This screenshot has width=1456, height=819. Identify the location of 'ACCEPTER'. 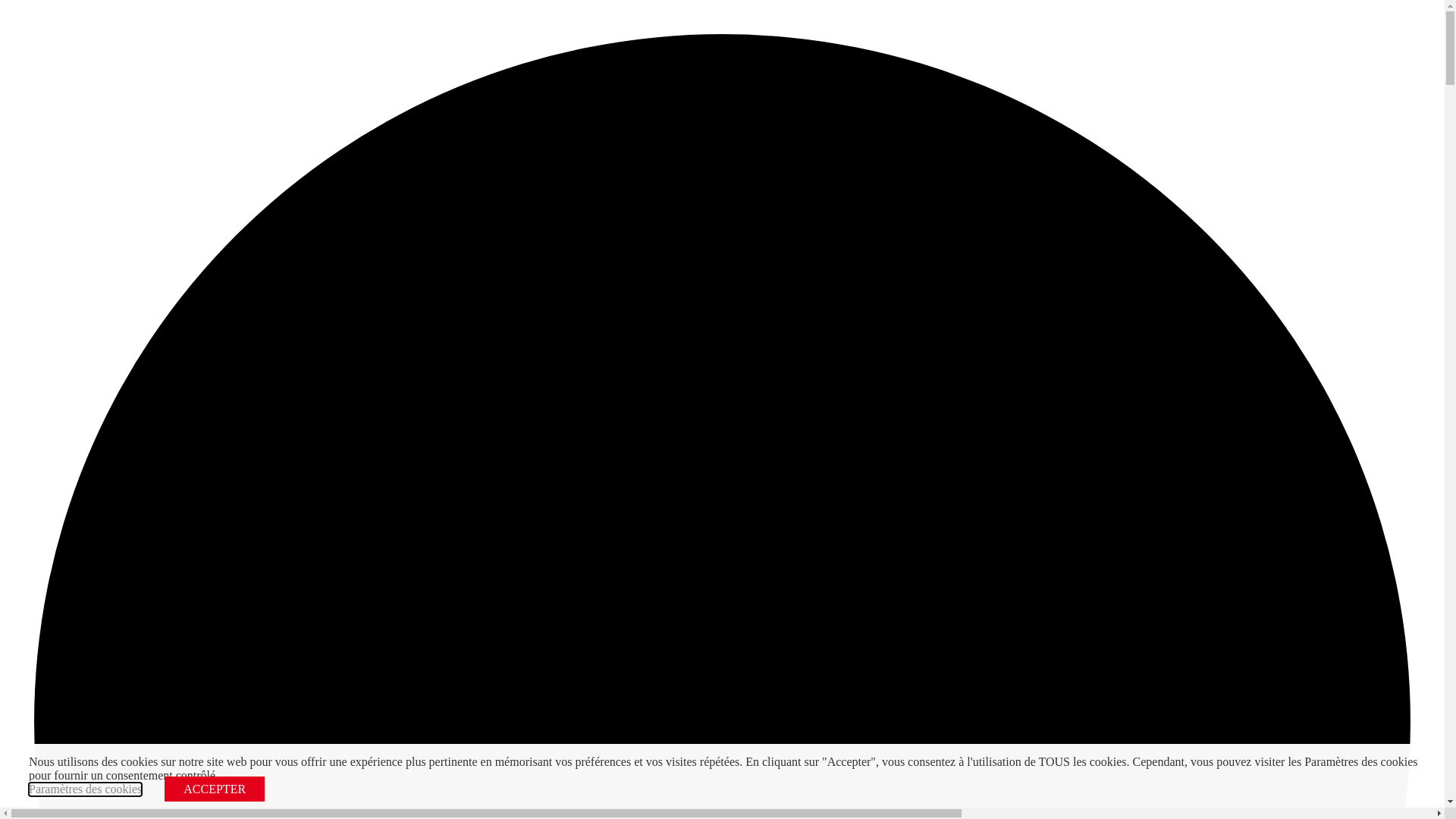
(214, 788).